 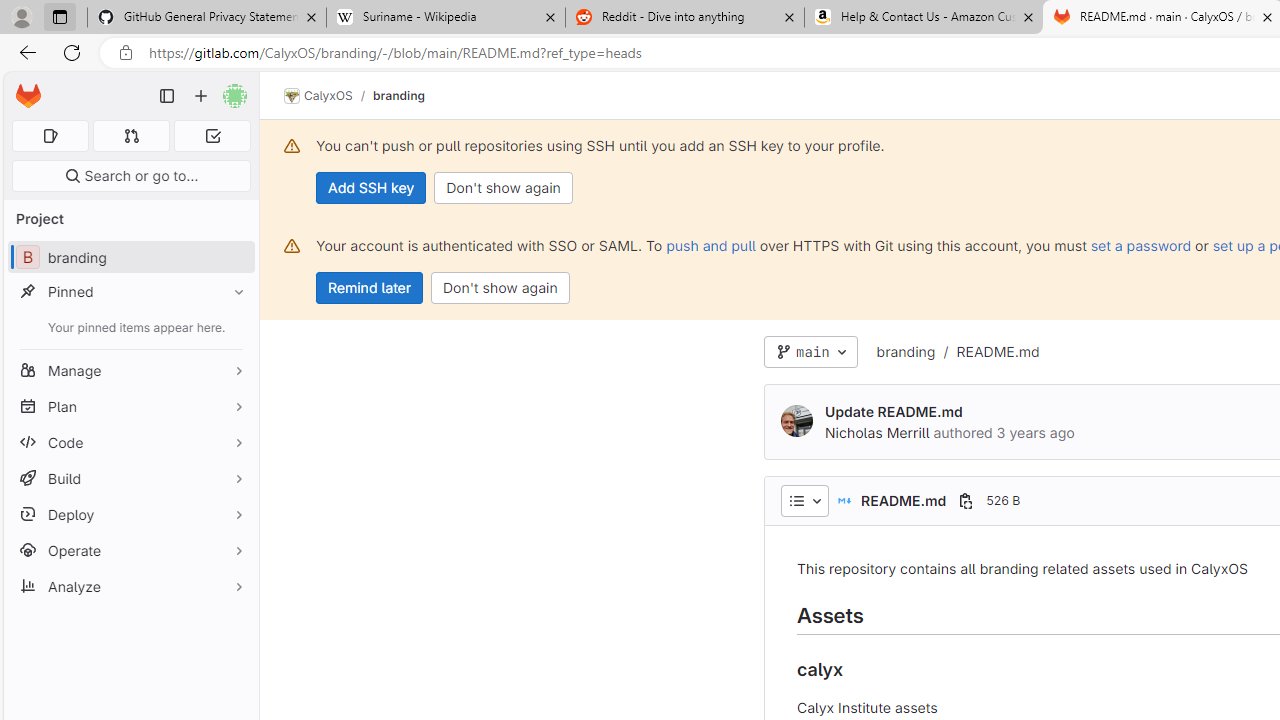 What do you see at coordinates (130, 405) in the screenshot?
I see `'Plan'` at bounding box center [130, 405].